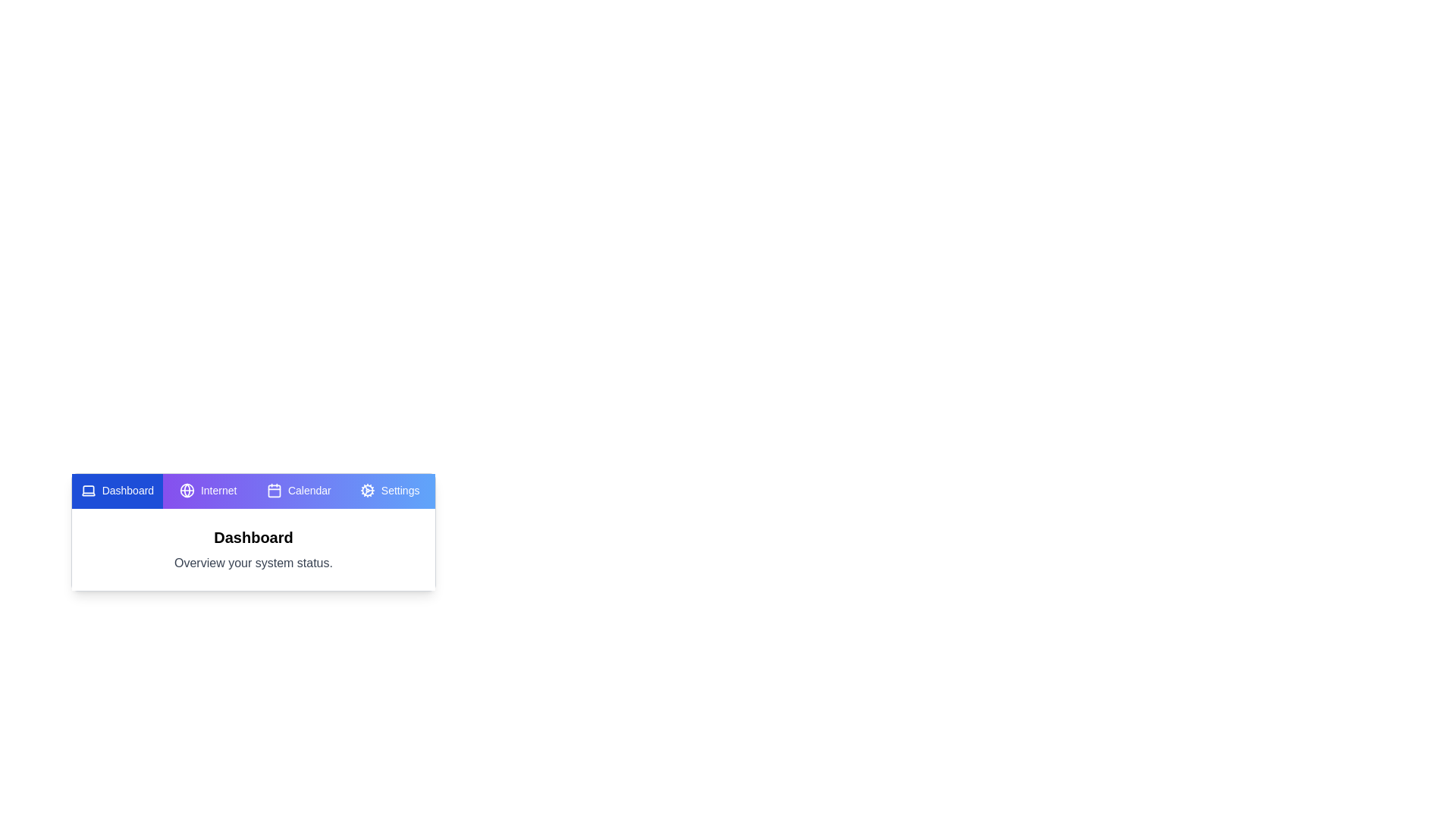 The width and height of the screenshot is (1456, 819). I want to click on the Dashboard tab to observe its hover effect, so click(116, 491).